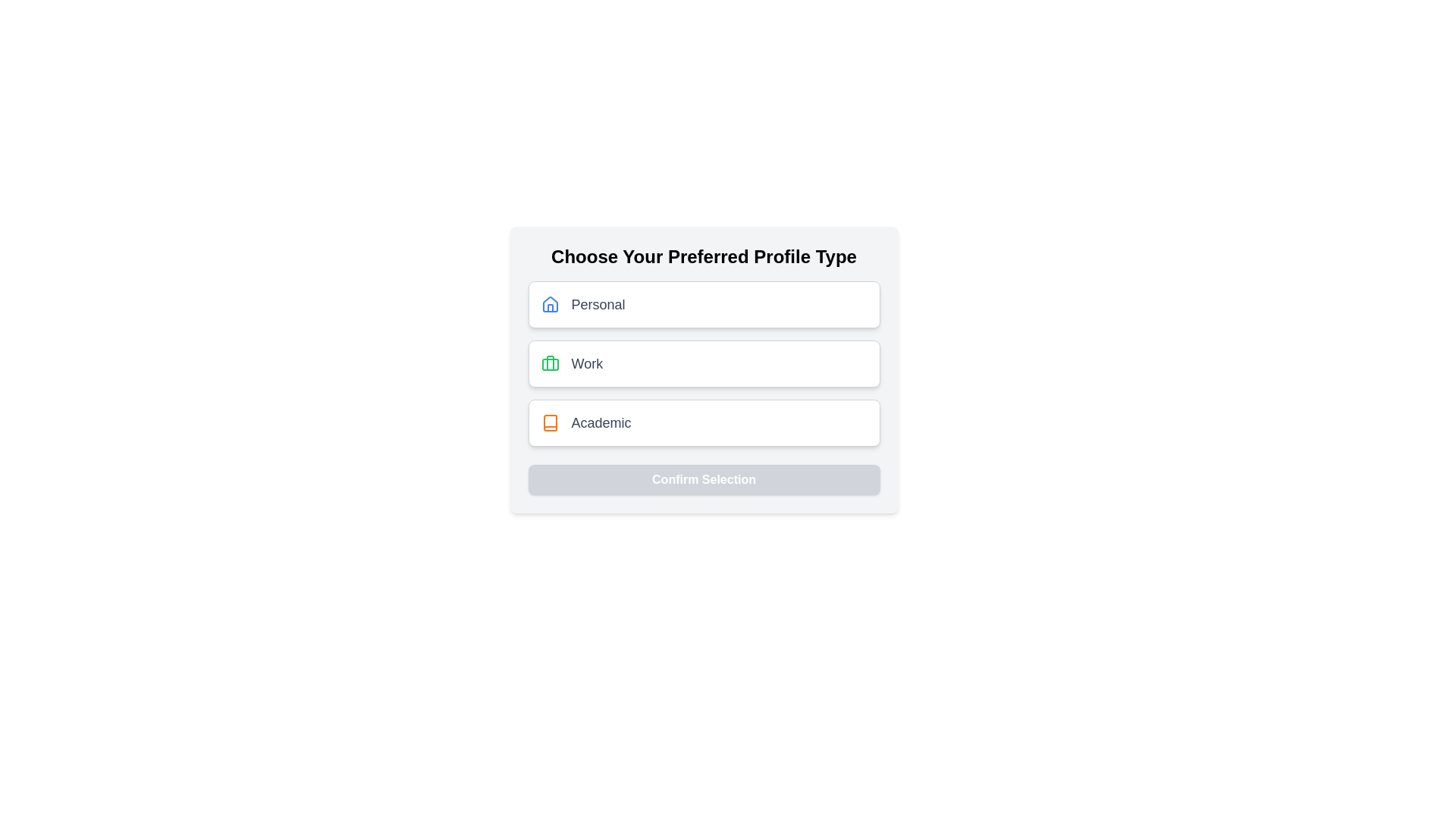 The width and height of the screenshot is (1456, 819). What do you see at coordinates (549, 304) in the screenshot?
I see `the icon representing the 'Personal' profile type selection, located to the left of the text label 'Personal' within the topmost selectable card of profile choices` at bounding box center [549, 304].